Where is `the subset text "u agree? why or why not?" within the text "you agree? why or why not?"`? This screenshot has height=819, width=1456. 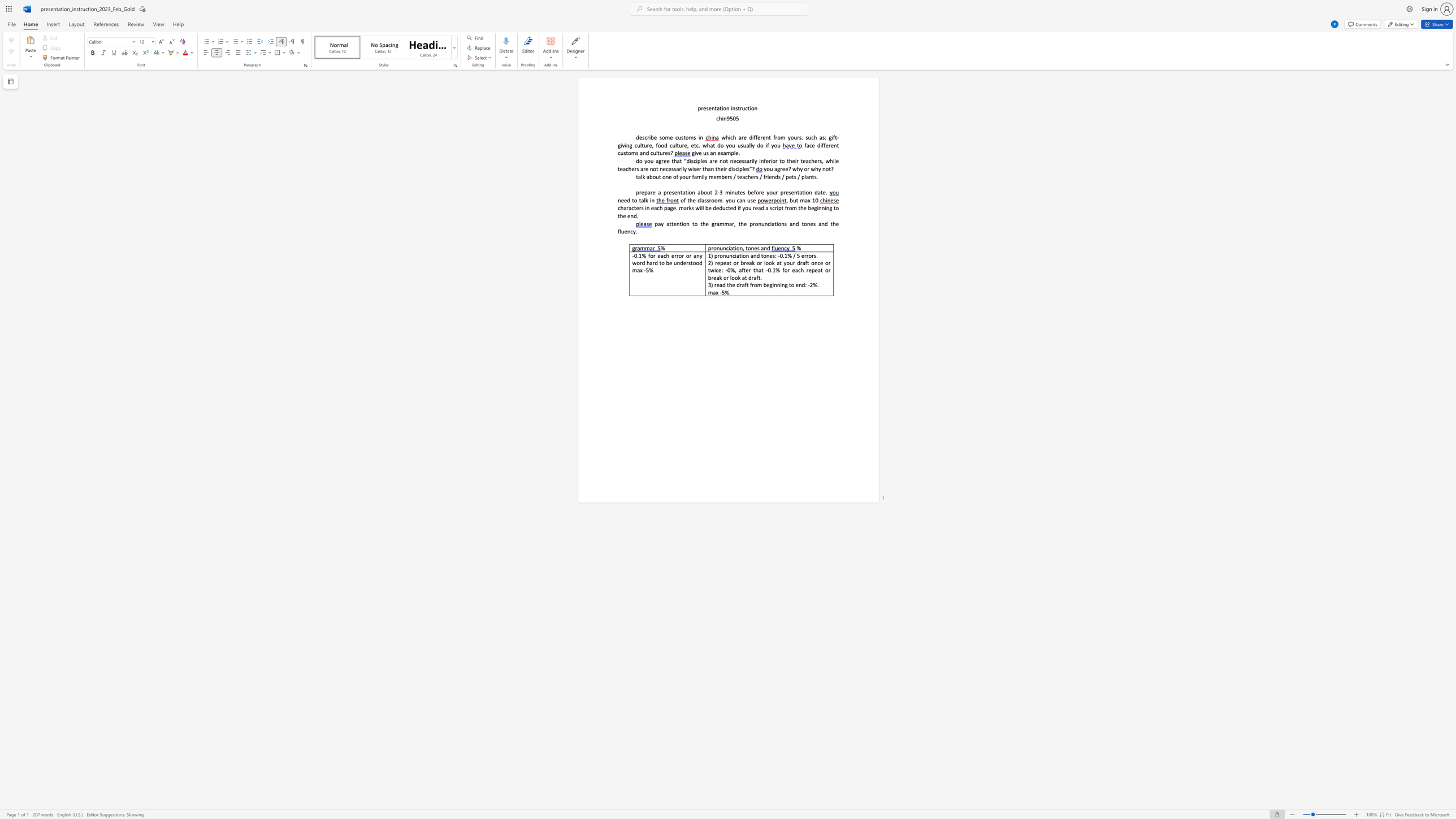 the subset text "u agree? why or why not?" within the text "you agree? why or why not?" is located at coordinates (769, 169).